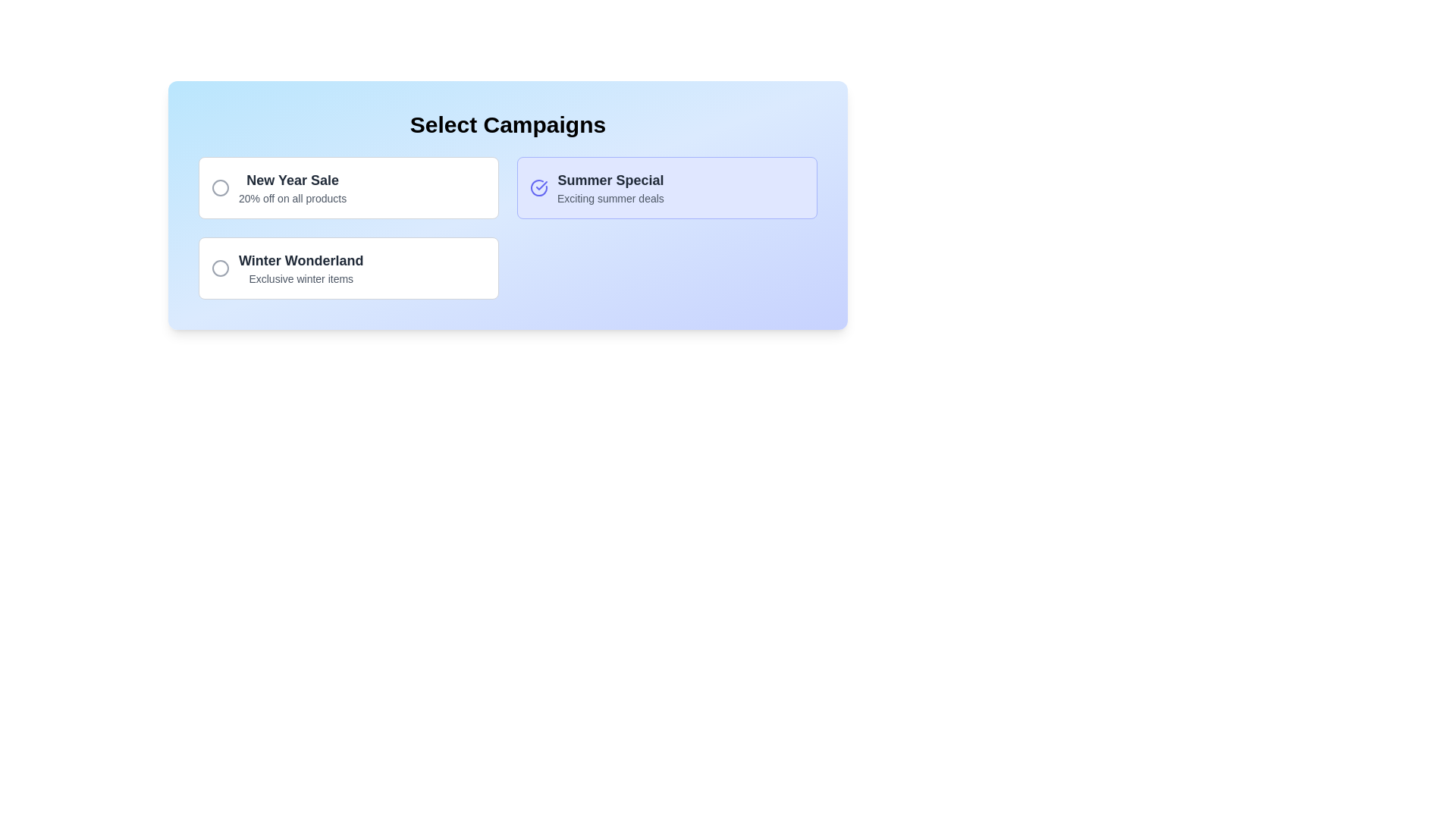  Describe the element at coordinates (610, 187) in the screenshot. I see `the text block within the selectable card labeled 'Summer Special', which displays 'Summer Special' in a large, bold font and 'Exciting summer deals' in a smaller font, both centrally aligned within a light indigo background` at that location.